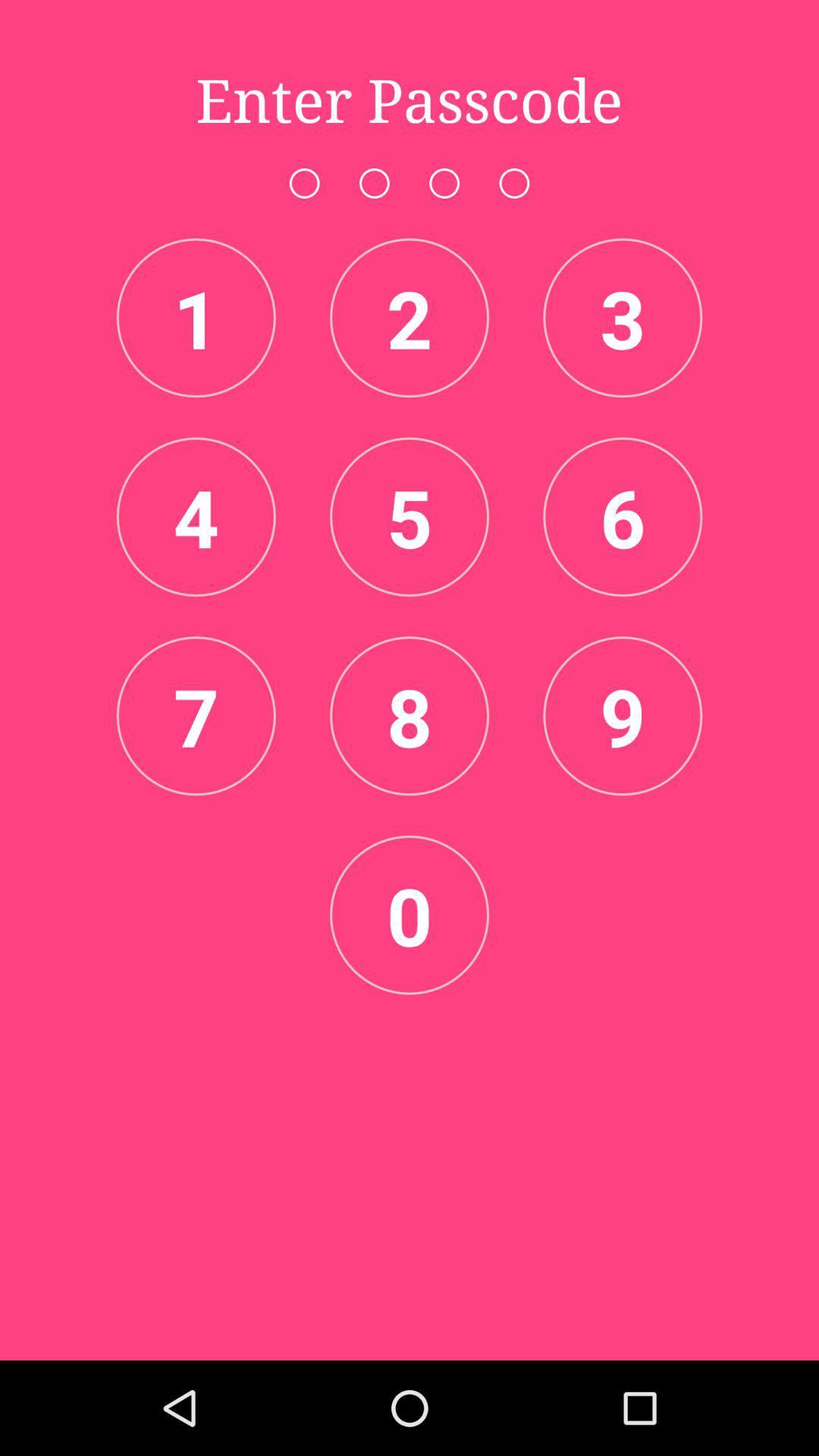 The width and height of the screenshot is (819, 1456). Describe the element at coordinates (623, 516) in the screenshot. I see `the number  which is after five` at that location.